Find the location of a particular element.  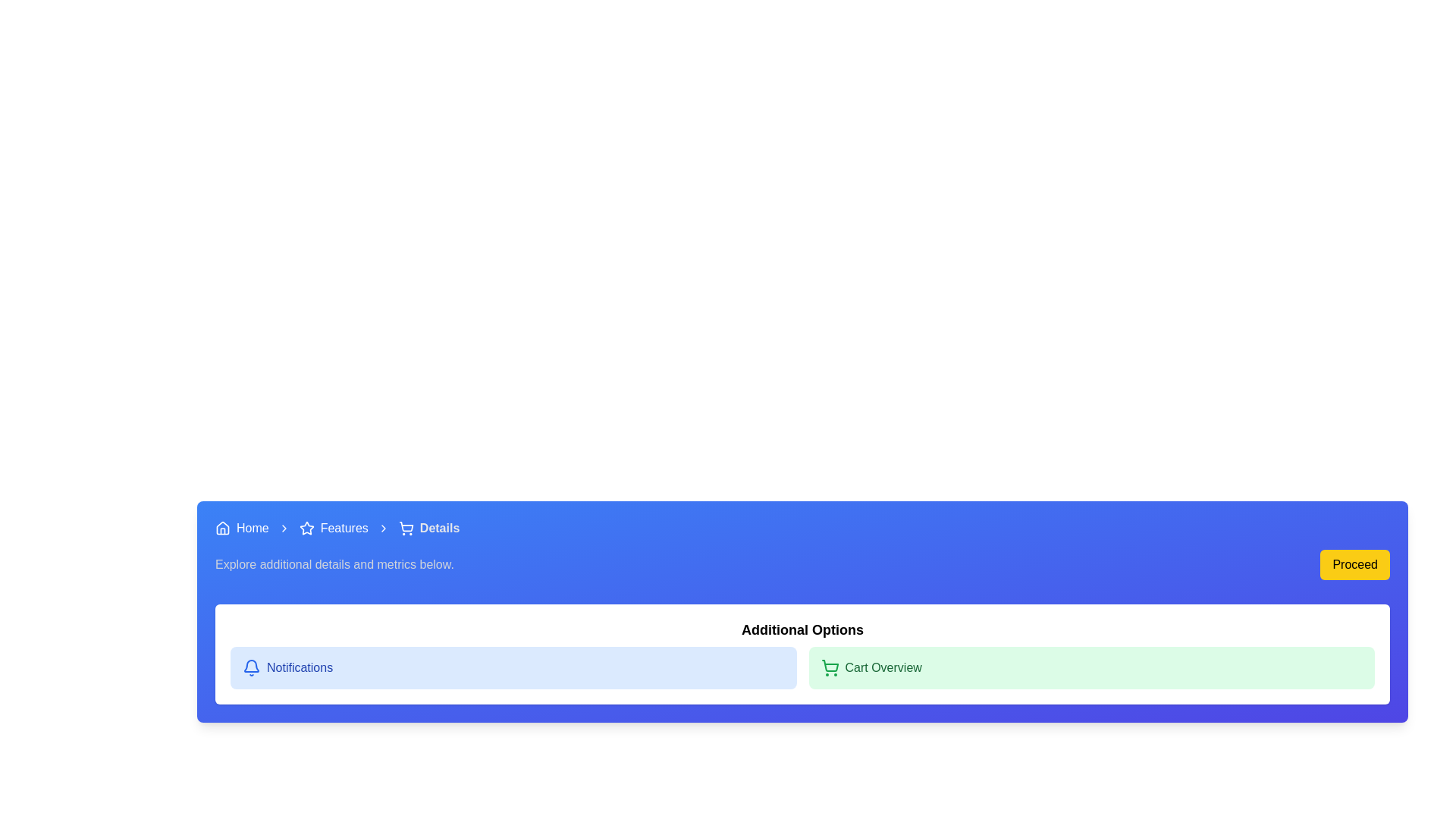

the shopping cart icon which is part of the 'Cart Overview' button in the 'Additional Options' section is located at coordinates (829, 665).